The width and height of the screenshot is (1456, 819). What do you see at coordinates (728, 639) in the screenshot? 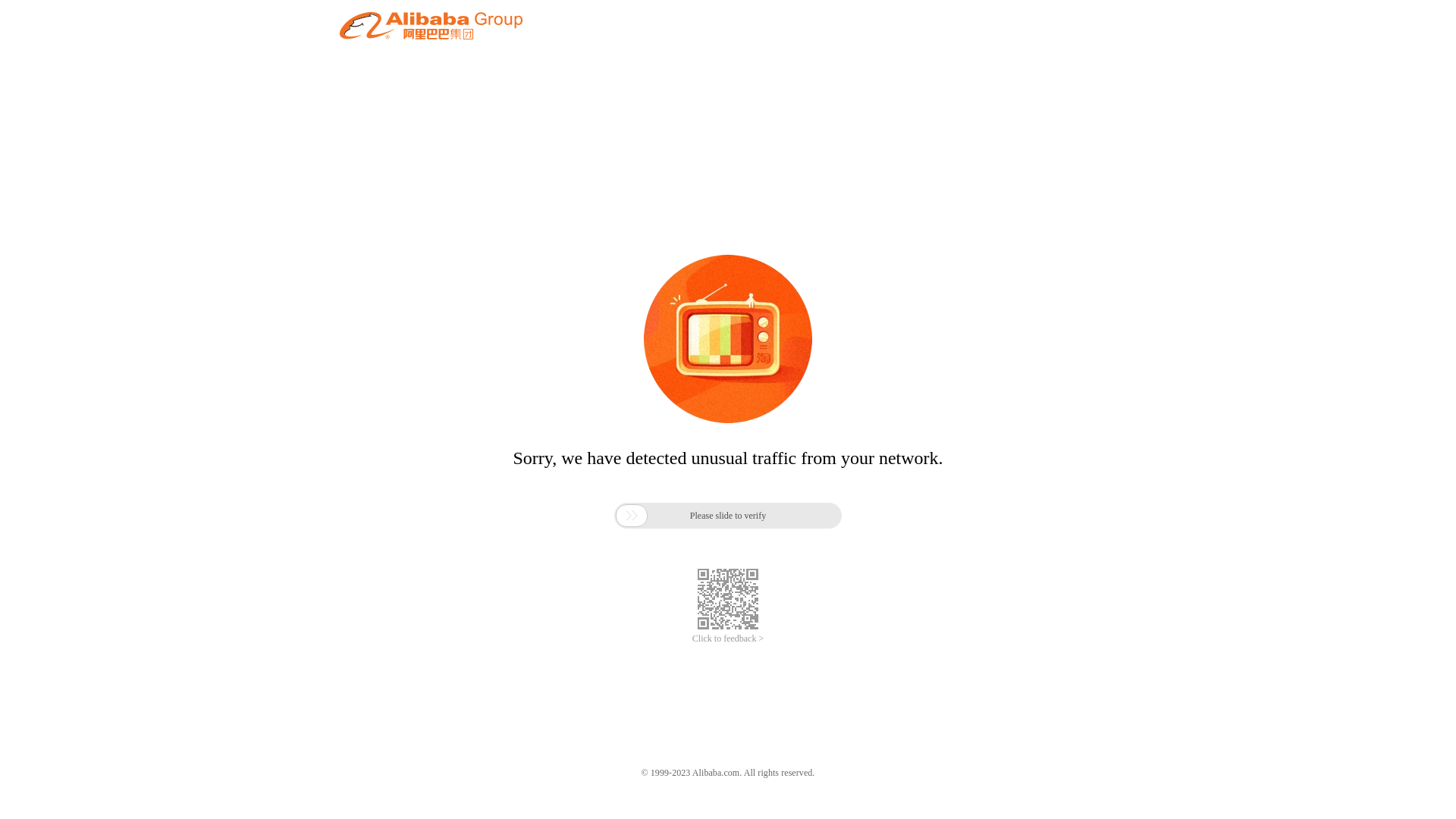
I see `'Click to feedback >'` at bounding box center [728, 639].